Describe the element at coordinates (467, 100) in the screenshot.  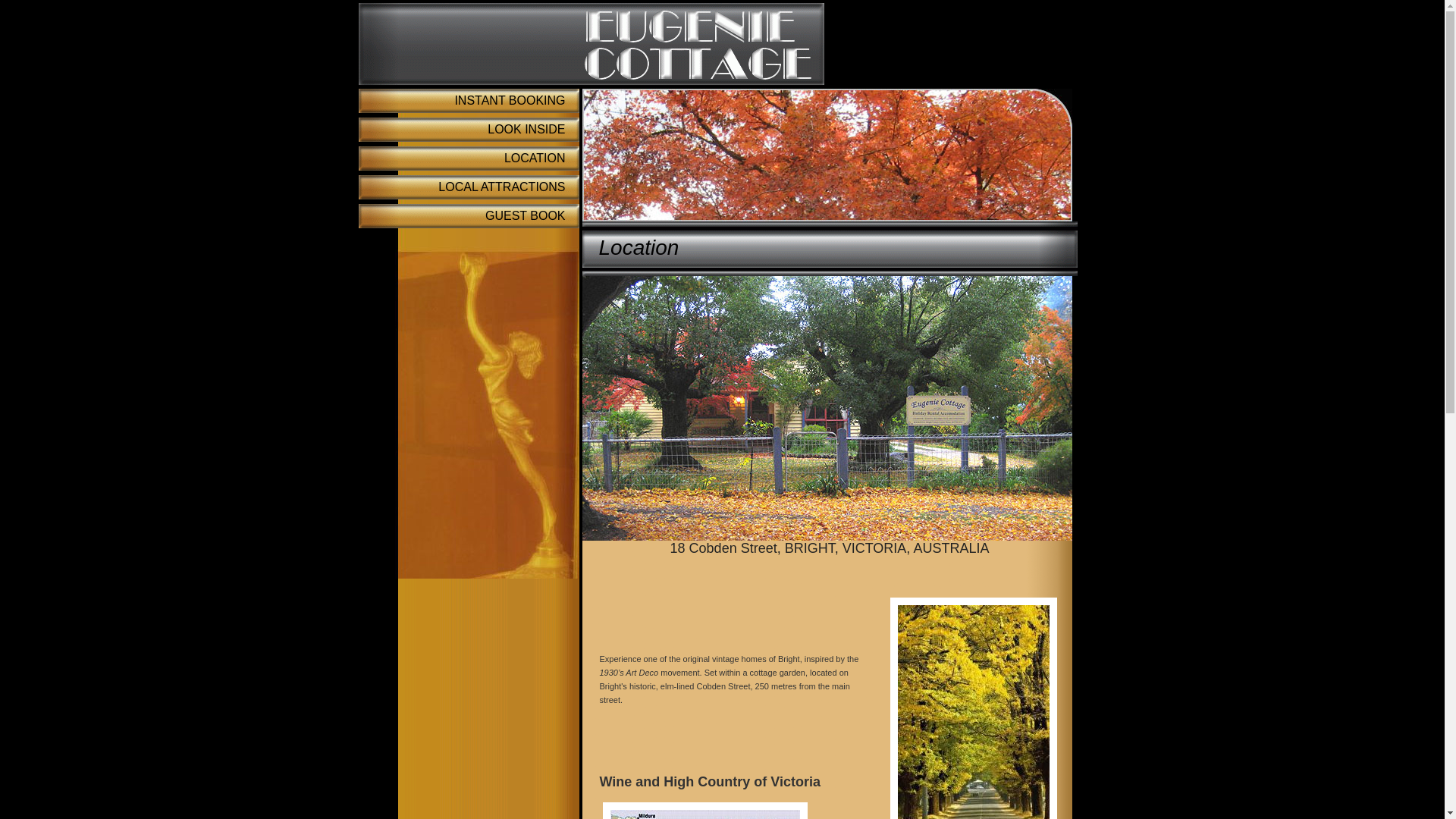
I see `'INSTANT BOOKING'` at that location.